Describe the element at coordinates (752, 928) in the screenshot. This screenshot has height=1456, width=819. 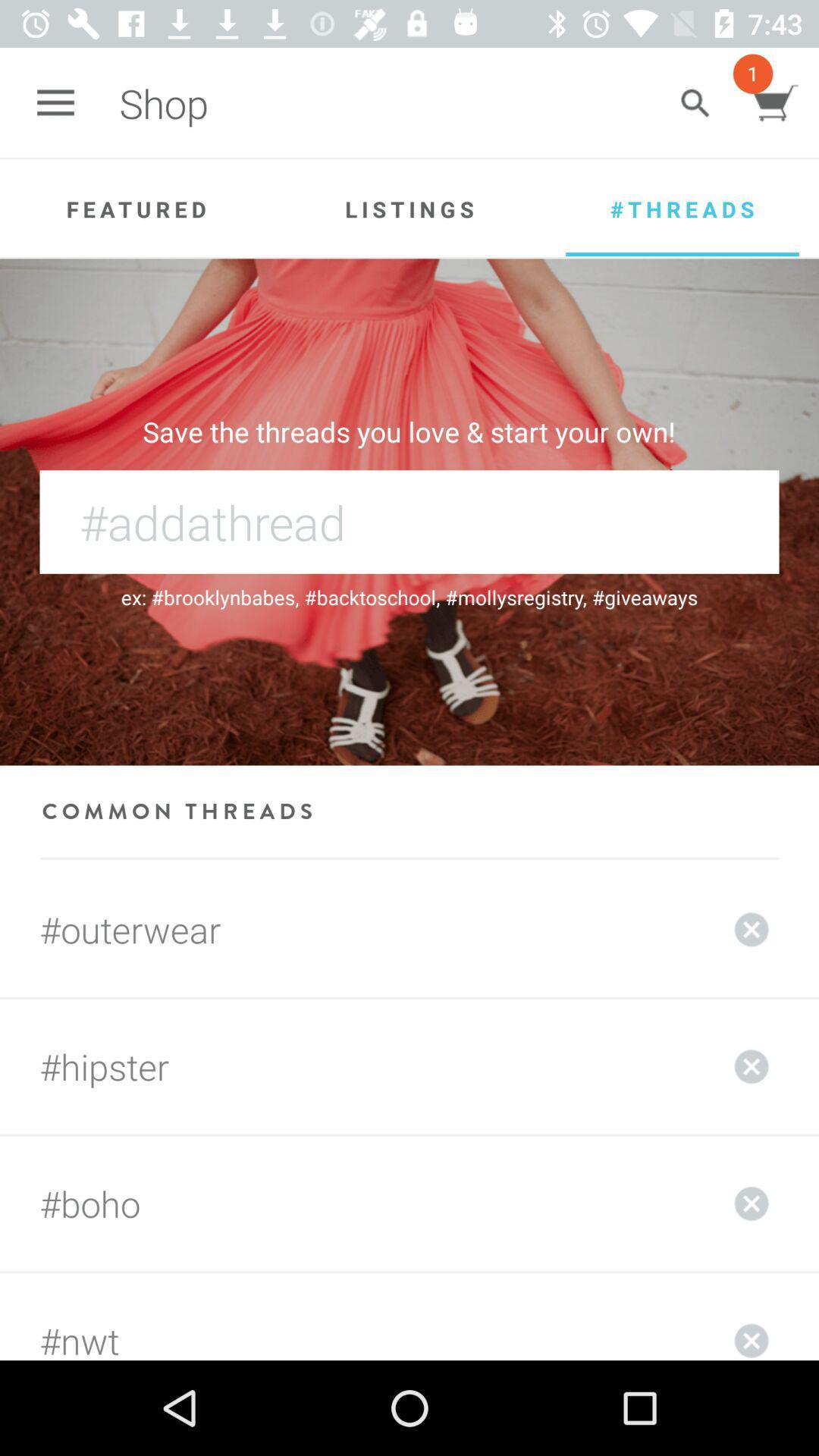
I see `the content` at that location.